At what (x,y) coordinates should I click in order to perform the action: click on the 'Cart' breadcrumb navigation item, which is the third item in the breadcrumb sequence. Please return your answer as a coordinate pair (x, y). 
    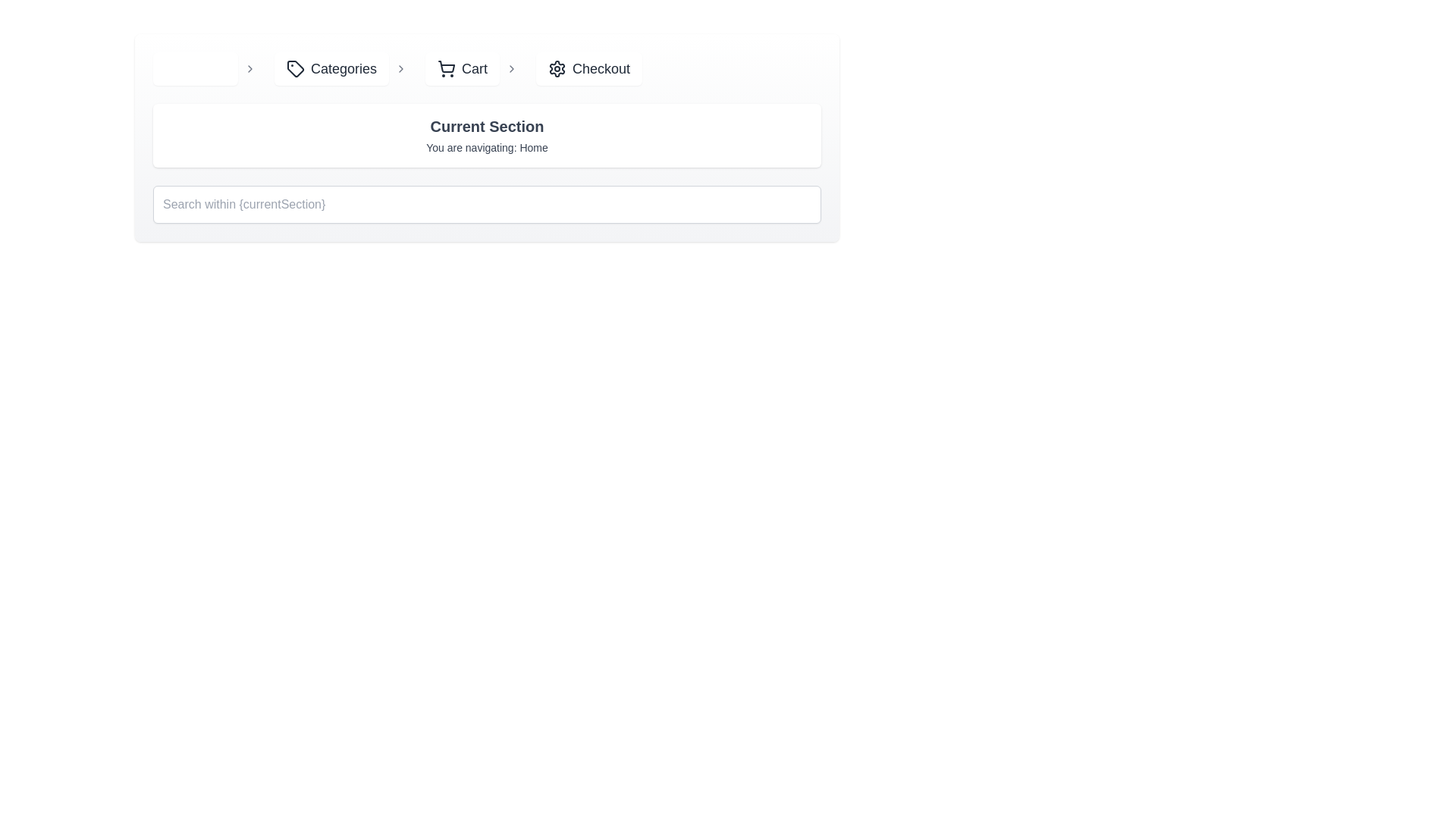
    Looking at the image, I should click on (487, 69).